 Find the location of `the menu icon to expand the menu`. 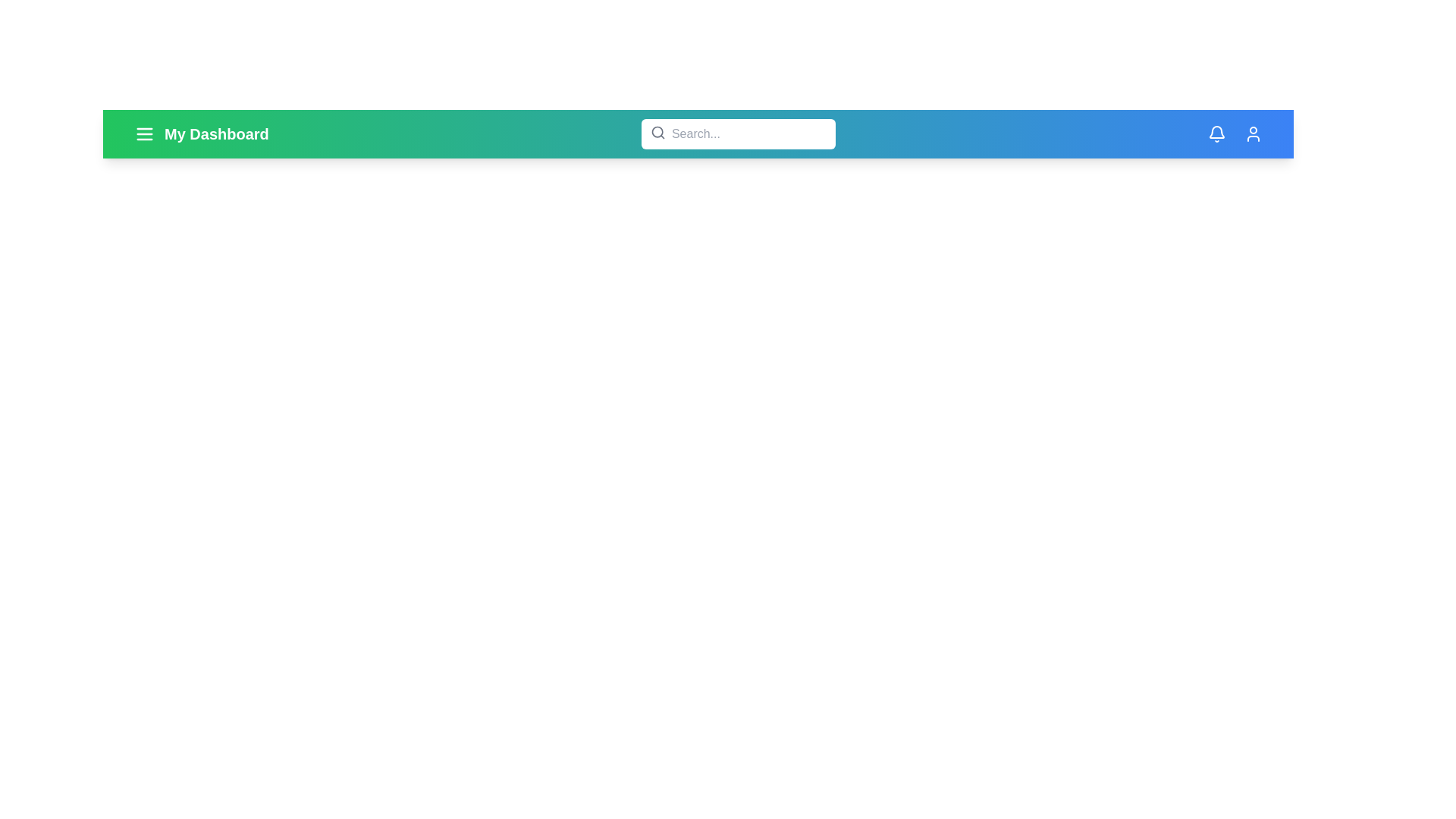

the menu icon to expand the menu is located at coordinates (145, 133).